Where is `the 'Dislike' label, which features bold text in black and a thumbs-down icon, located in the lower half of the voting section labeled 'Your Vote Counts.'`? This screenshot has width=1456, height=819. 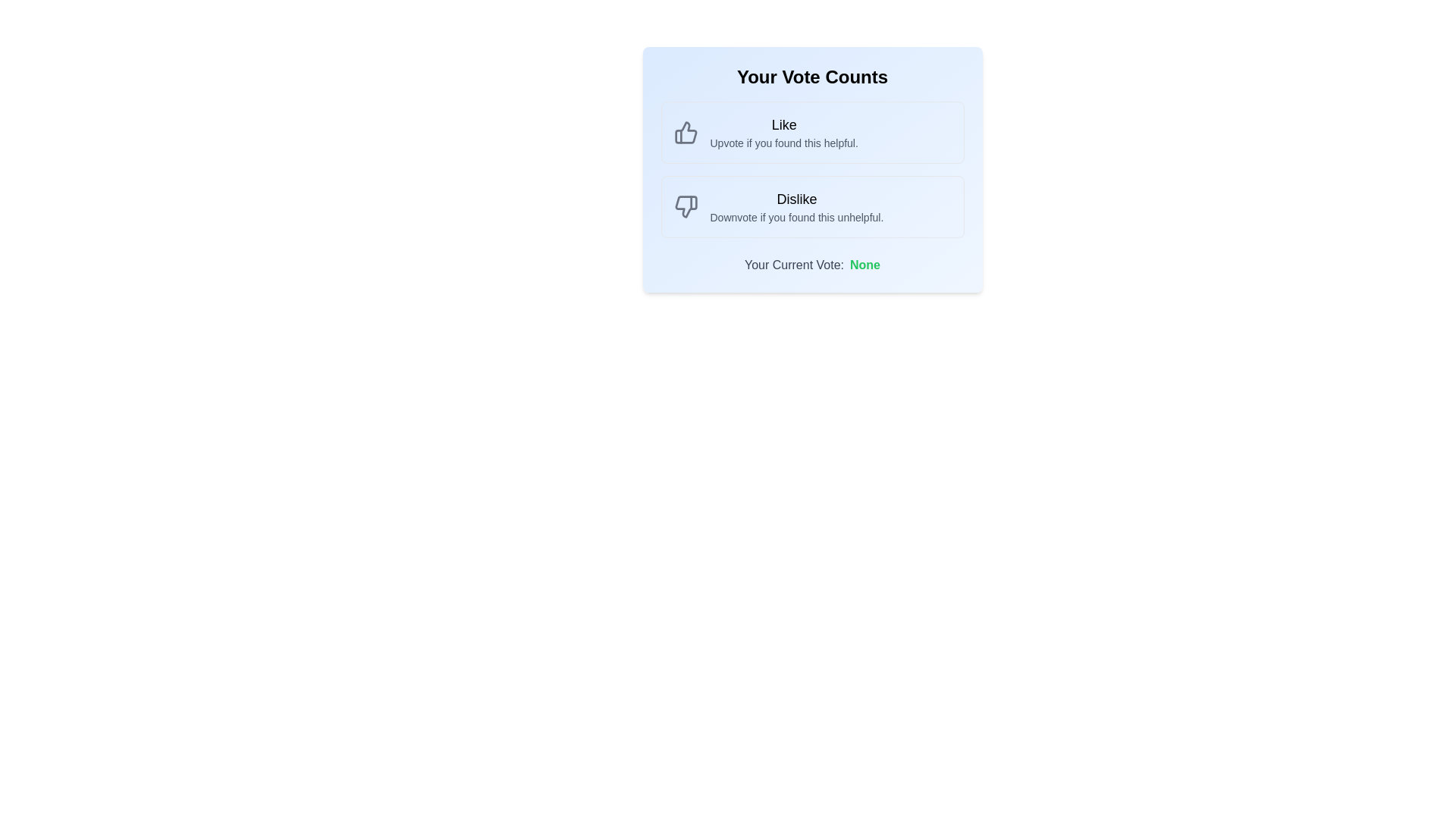
the 'Dislike' label, which features bold text in black and a thumbs-down icon, located in the lower half of the voting section labeled 'Your Vote Counts.' is located at coordinates (795, 198).